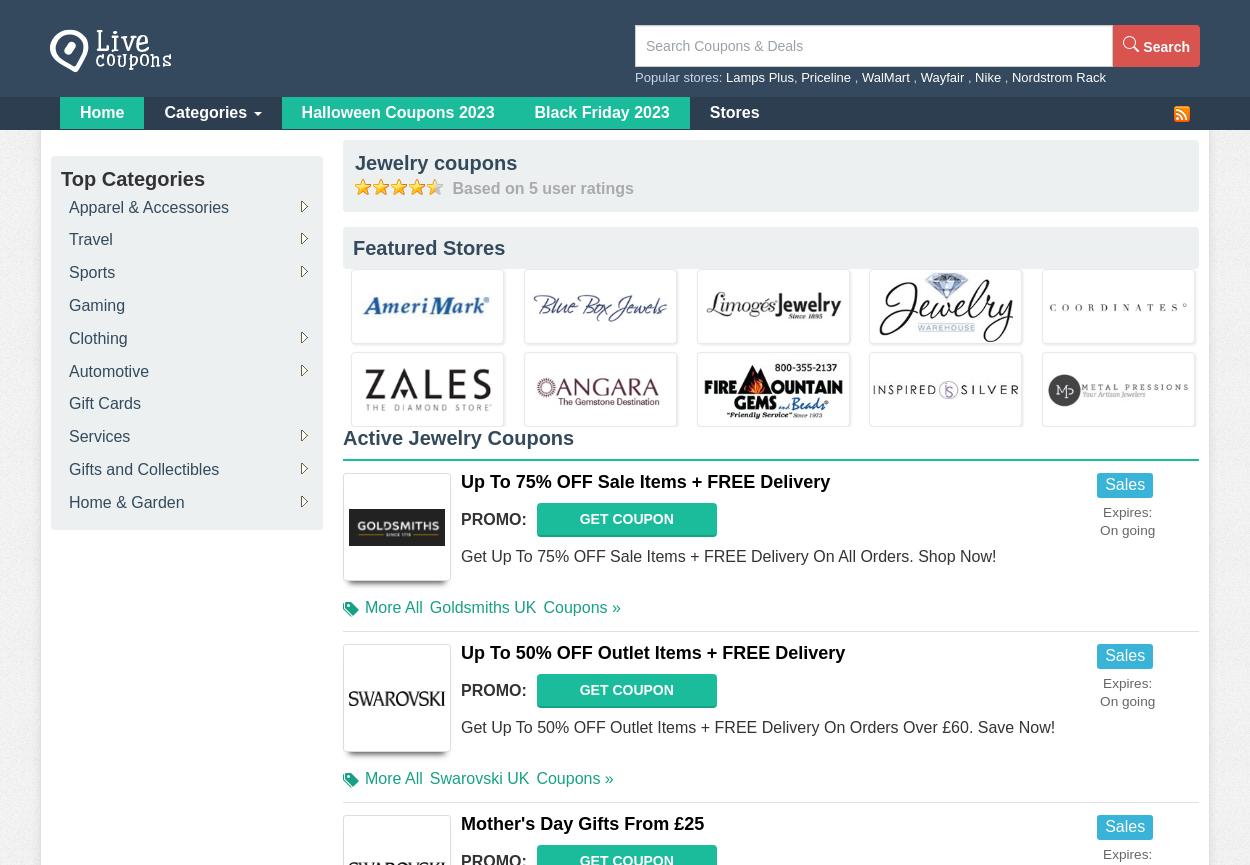 The width and height of the screenshot is (1250, 865). Describe the element at coordinates (653, 652) in the screenshot. I see `'Up To 50% OFF Outlet Items + FREE Delivery'` at that location.